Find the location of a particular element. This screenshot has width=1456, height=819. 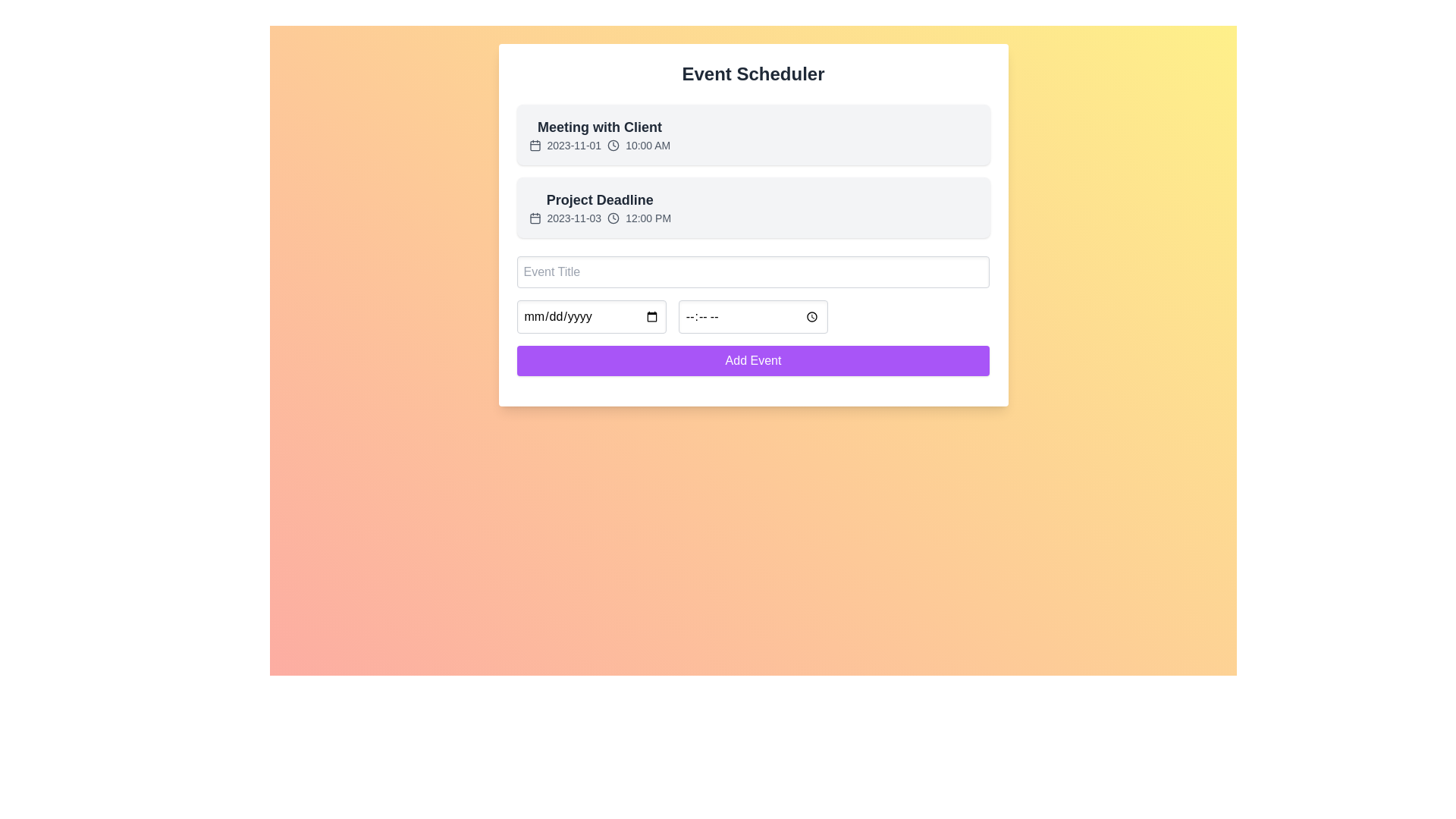

the calendar icon element, which is a square with slightly rounded corners and is located to the left of the text '2023-11-03' in the 'Project Deadline' entry within the 'Event Scheduler' card is located at coordinates (535, 218).